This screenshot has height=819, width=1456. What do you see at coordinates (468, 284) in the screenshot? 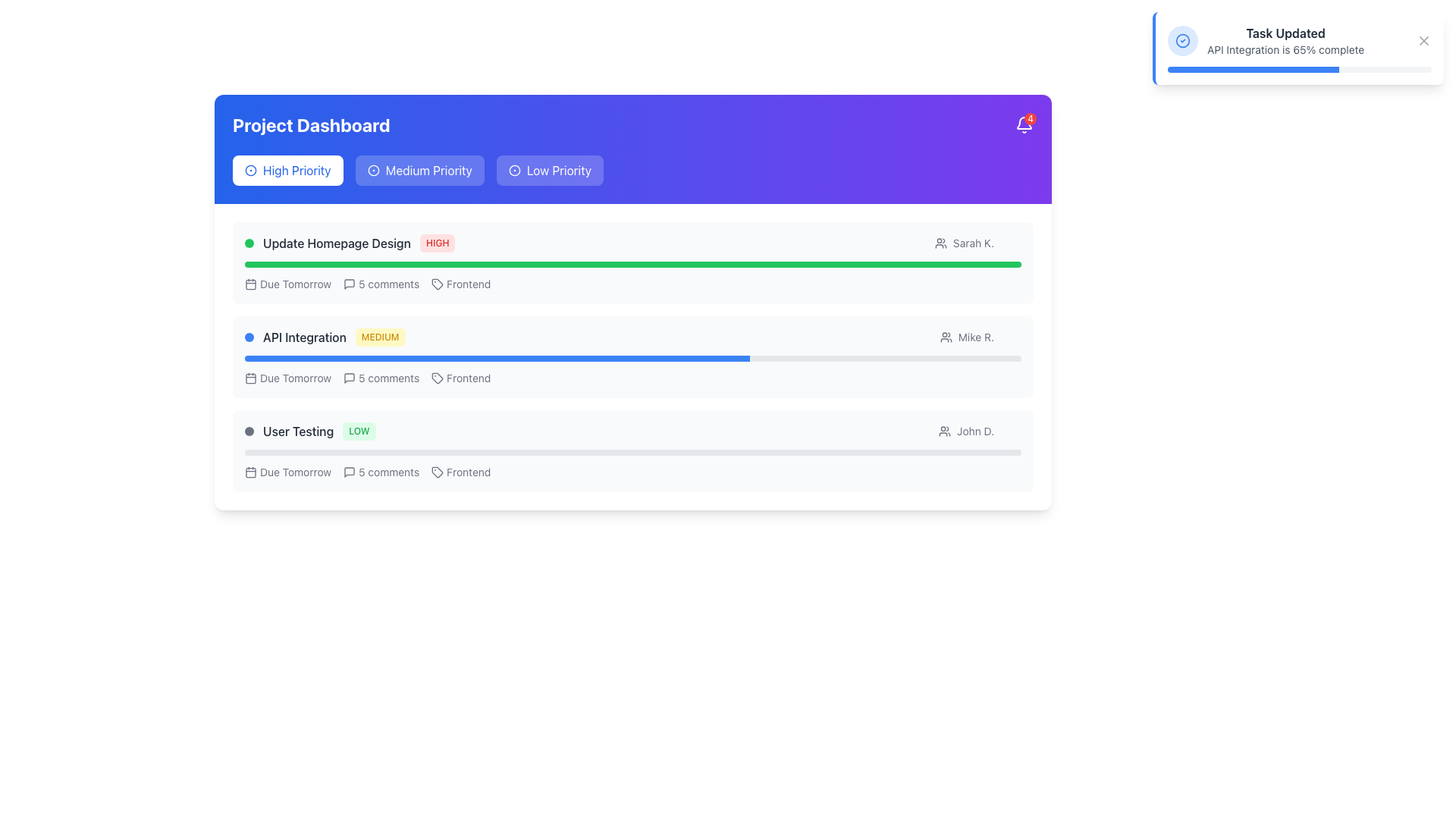
I see `the text element 'Frontend' located next to the tag icon in the 'Update Homepage Design' section` at bounding box center [468, 284].